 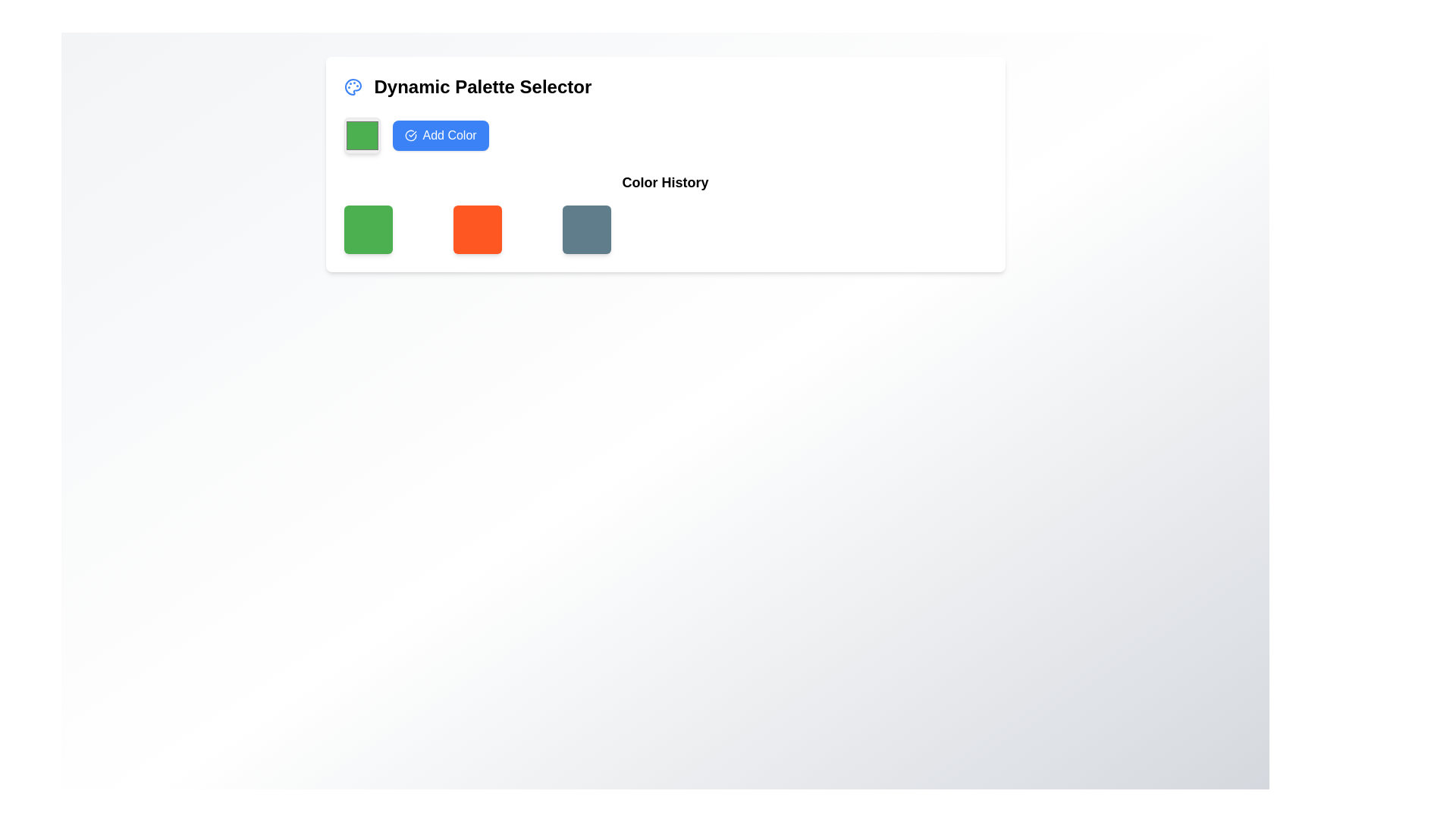 I want to click on the Text Label that serves as a title or header, providing context for the section below, positioned to the right of a small palette icon, so click(x=482, y=87).